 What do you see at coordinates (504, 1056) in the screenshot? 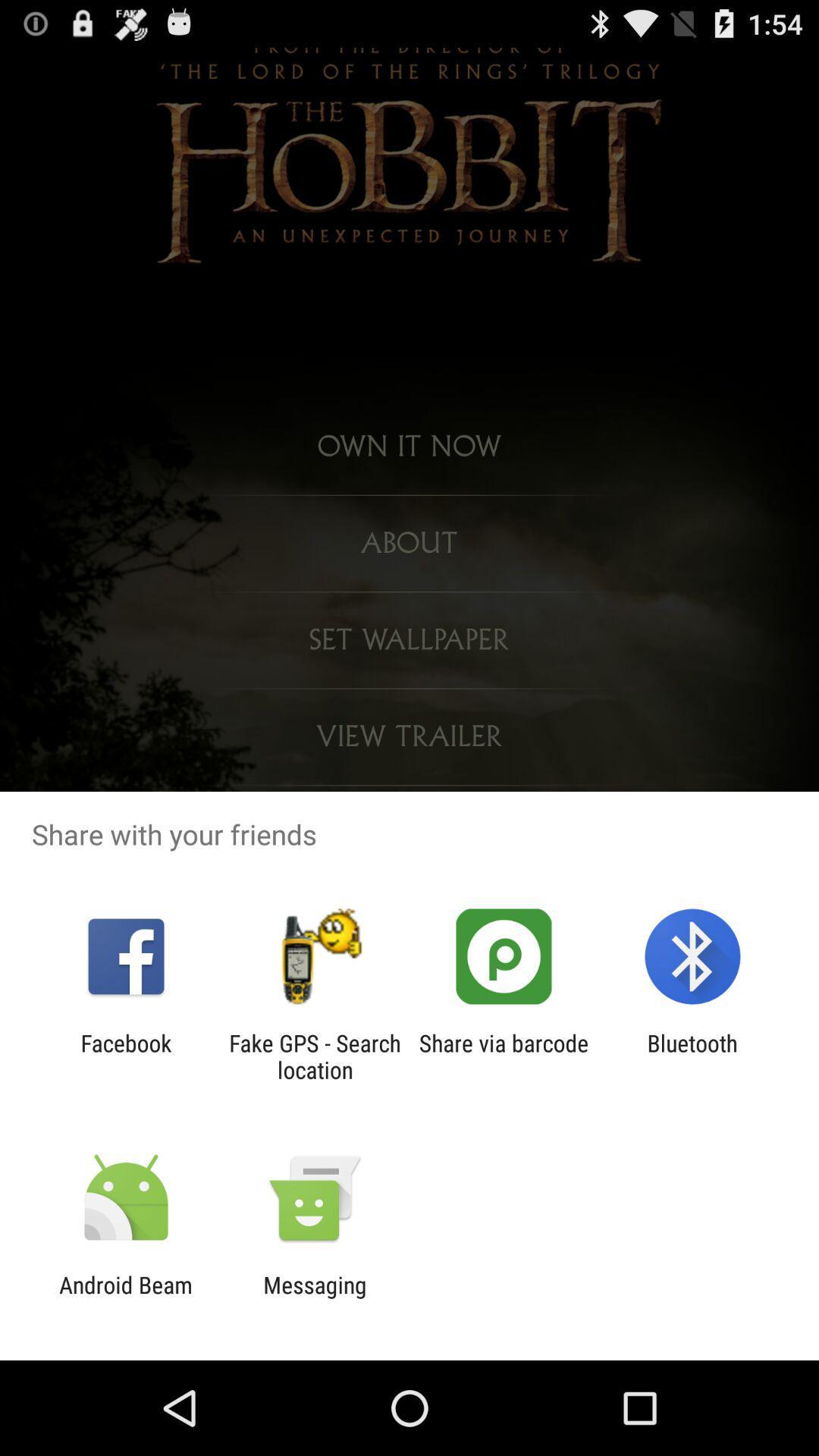
I see `the share via barcode icon` at bounding box center [504, 1056].